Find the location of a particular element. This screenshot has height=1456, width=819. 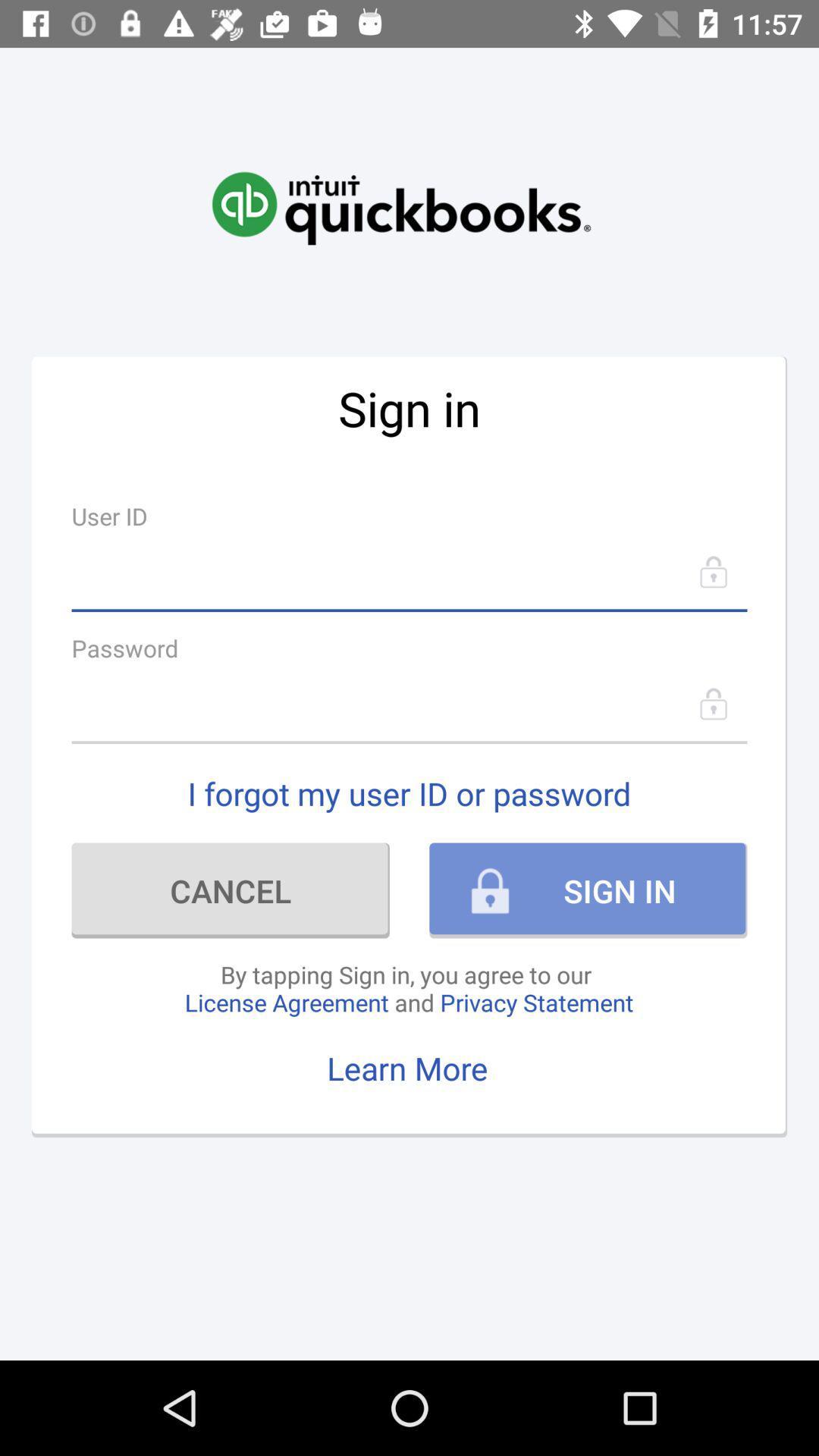

user id option is located at coordinates (409, 571).